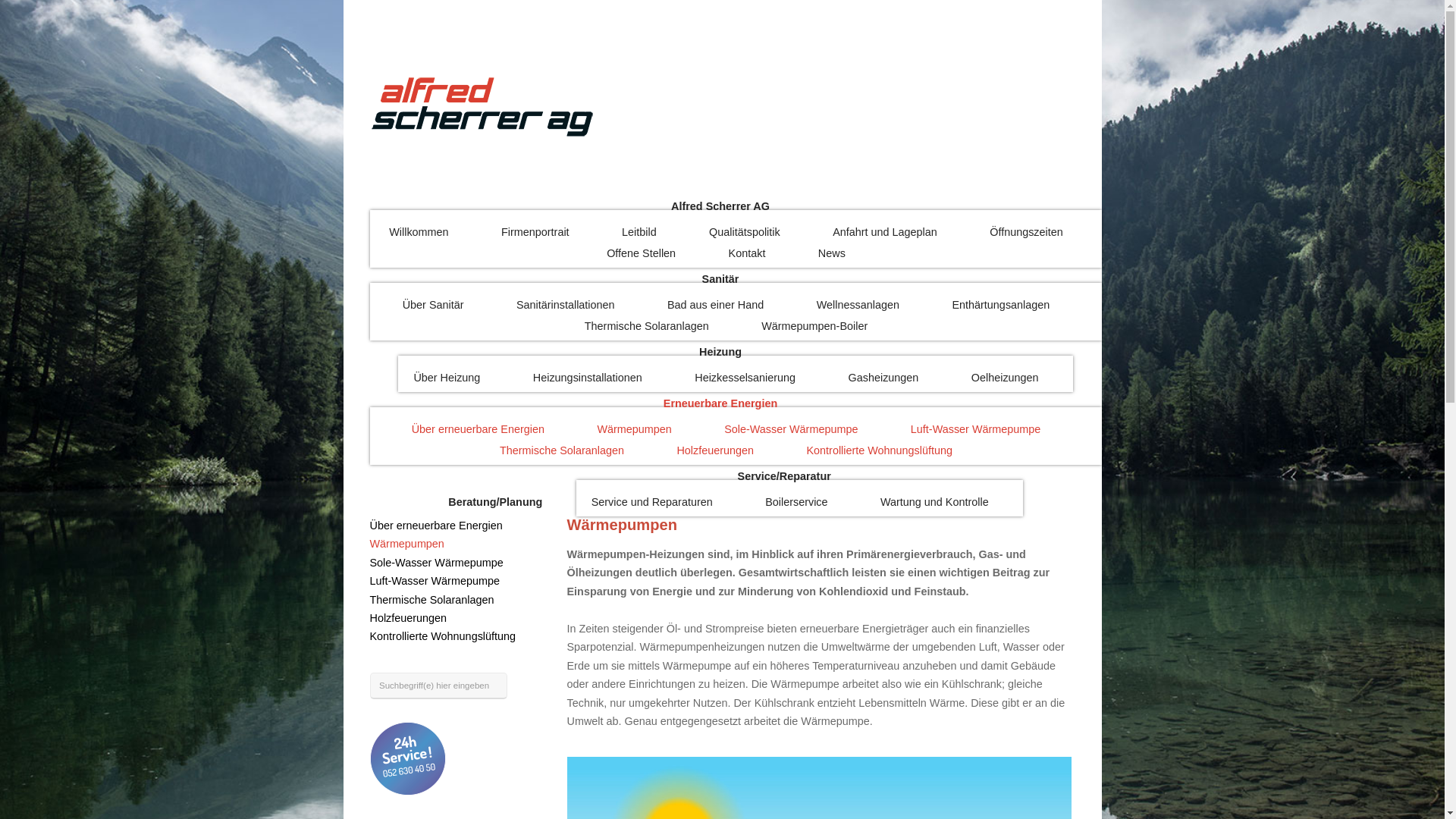  Describe the element at coordinates (720, 403) in the screenshot. I see `'Erneuerbare Energien'` at that location.